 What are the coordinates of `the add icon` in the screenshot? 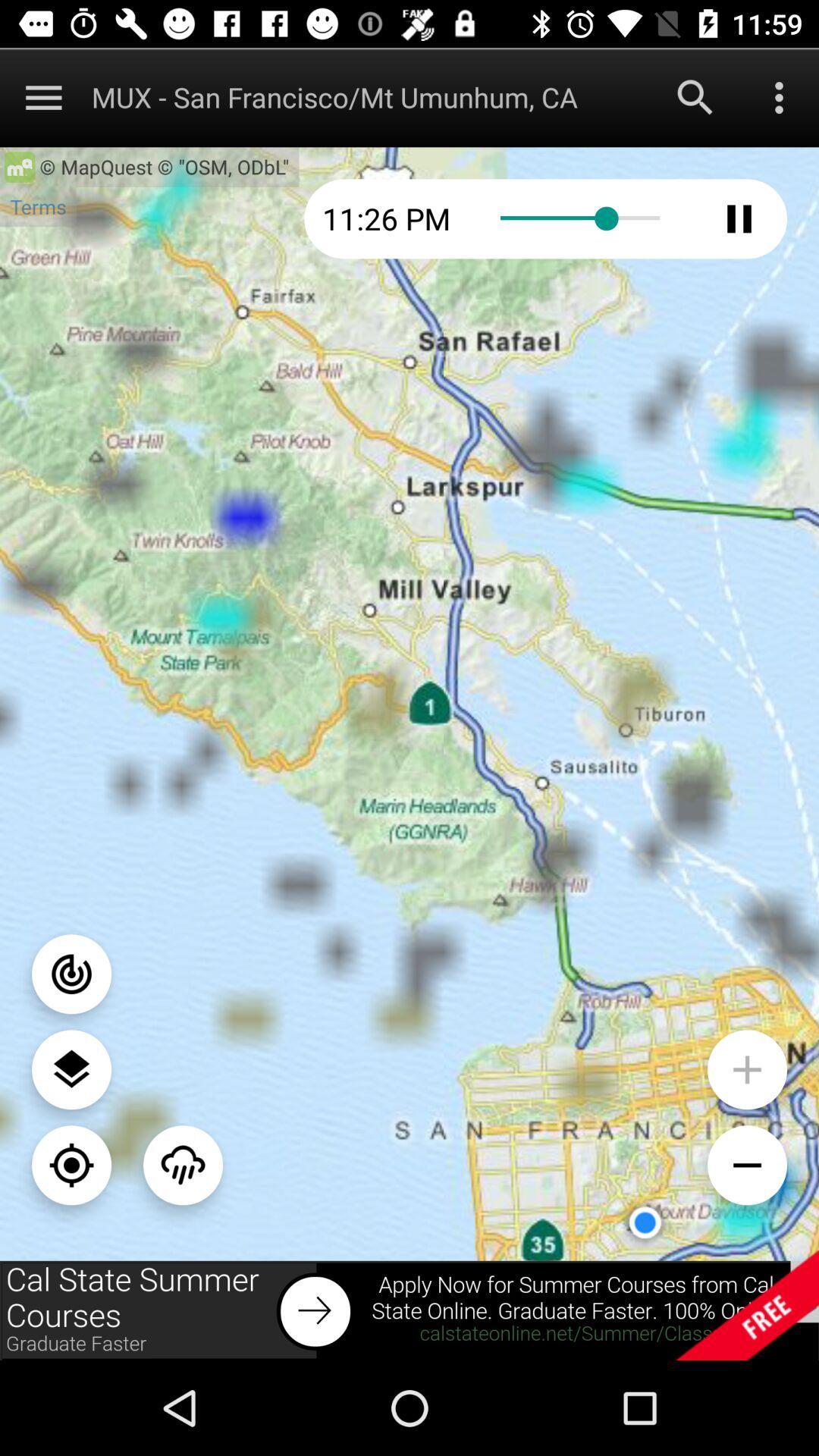 It's located at (746, 1068).